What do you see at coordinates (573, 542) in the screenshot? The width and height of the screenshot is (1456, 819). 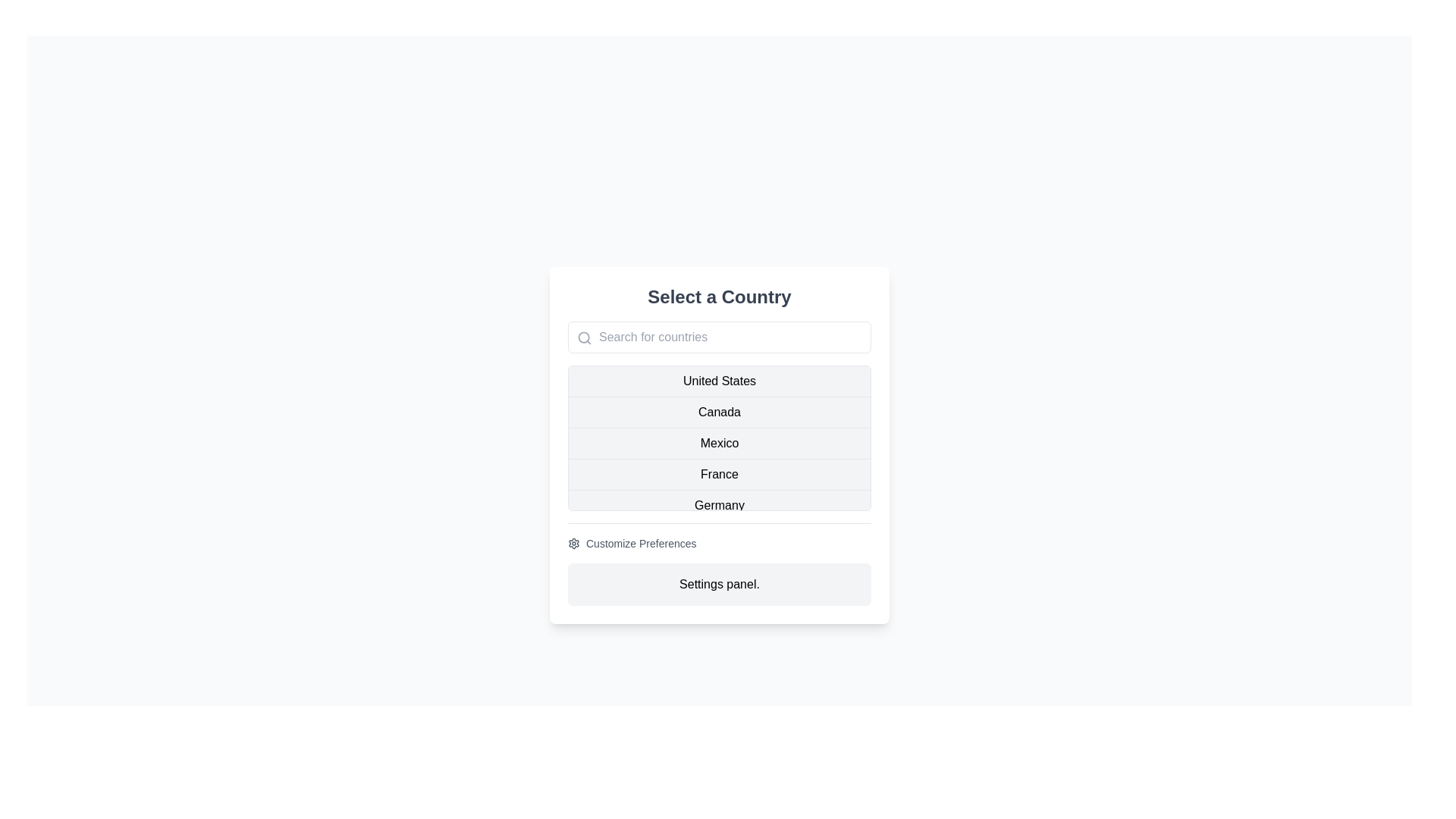 I see `the settings icon located at the bottom left of the selectable country interface` at bounding box center [573, 542].